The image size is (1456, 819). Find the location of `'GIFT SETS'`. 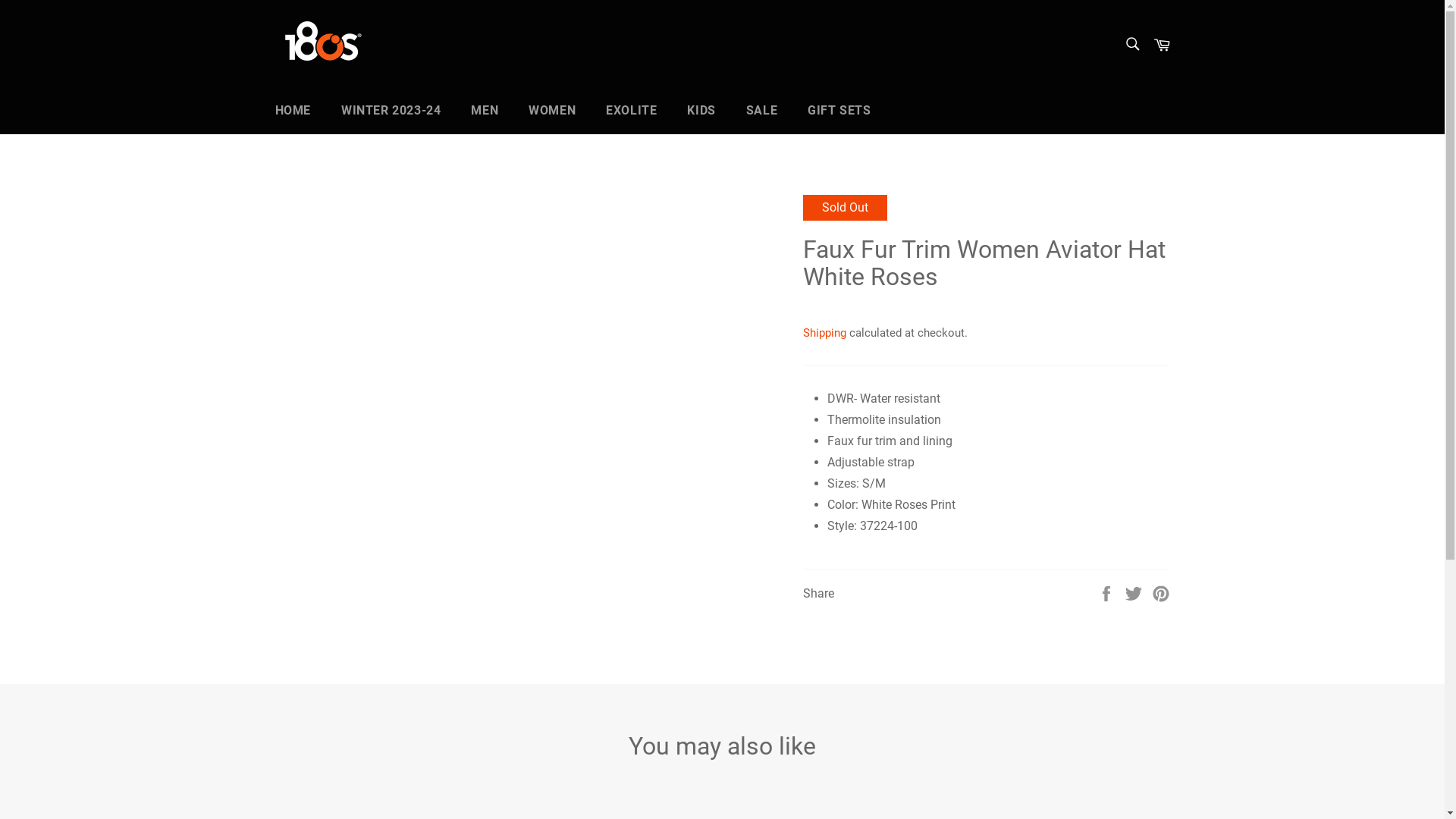

'GIFT SETS' is located at coordinates (838, 110).